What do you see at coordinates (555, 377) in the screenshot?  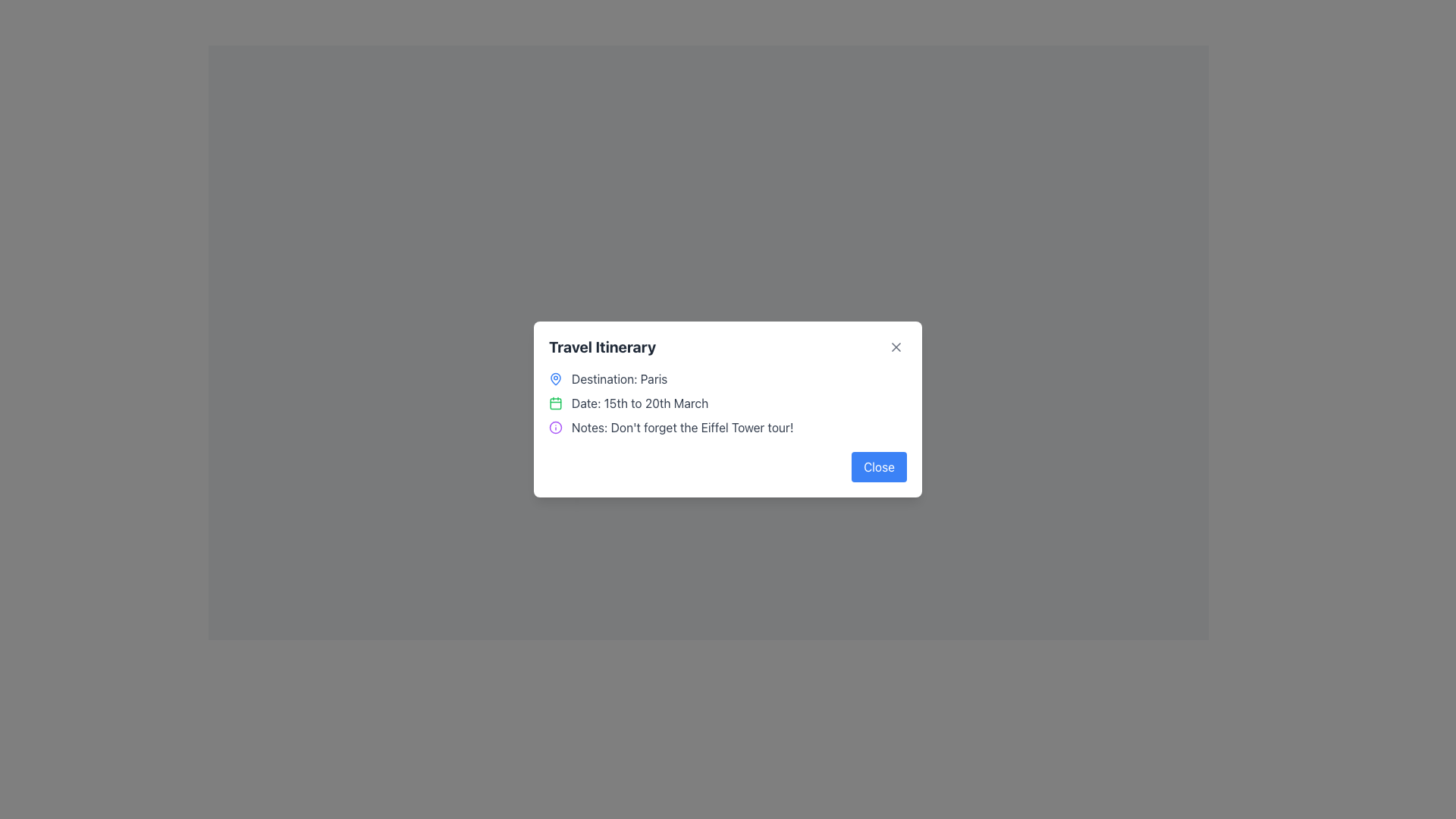 I see `the location marker icon representing the 'Destination: Paris' in the 'Travel Itinerary' dialog box` at bounding box center [555, 377].